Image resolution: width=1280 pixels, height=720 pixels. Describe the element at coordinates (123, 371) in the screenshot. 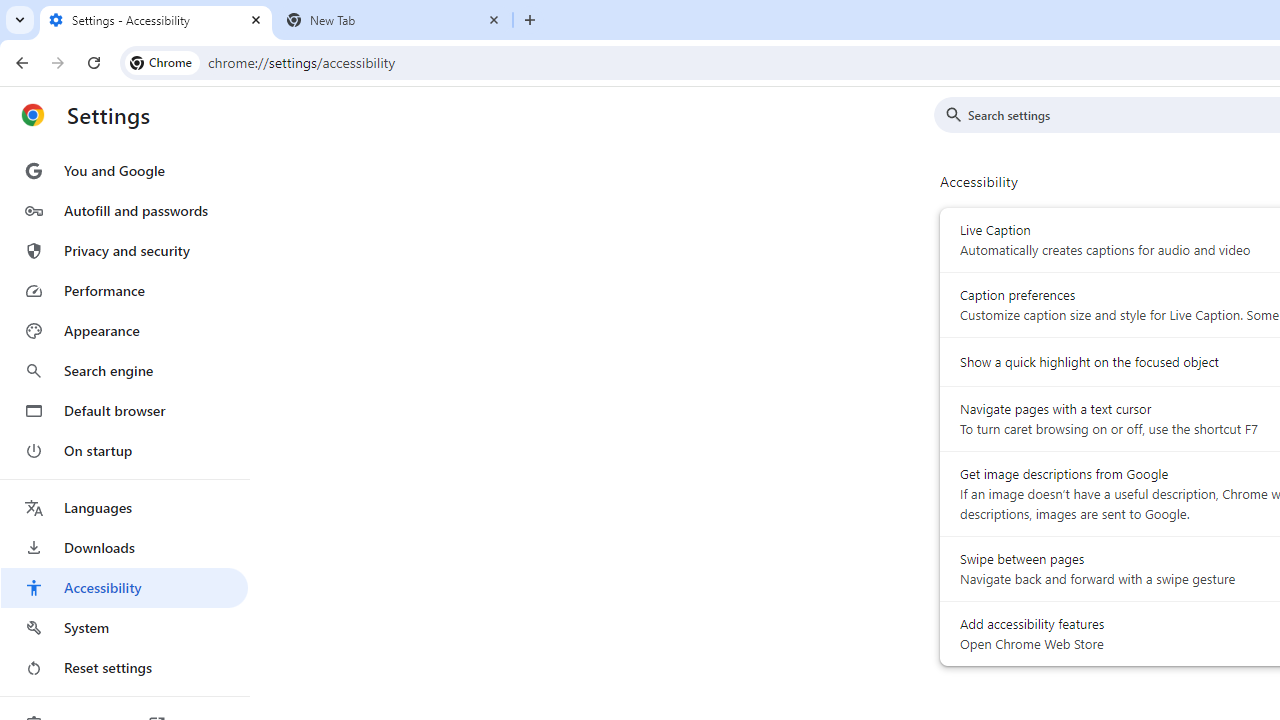

I see `'Search engine'` at that location.